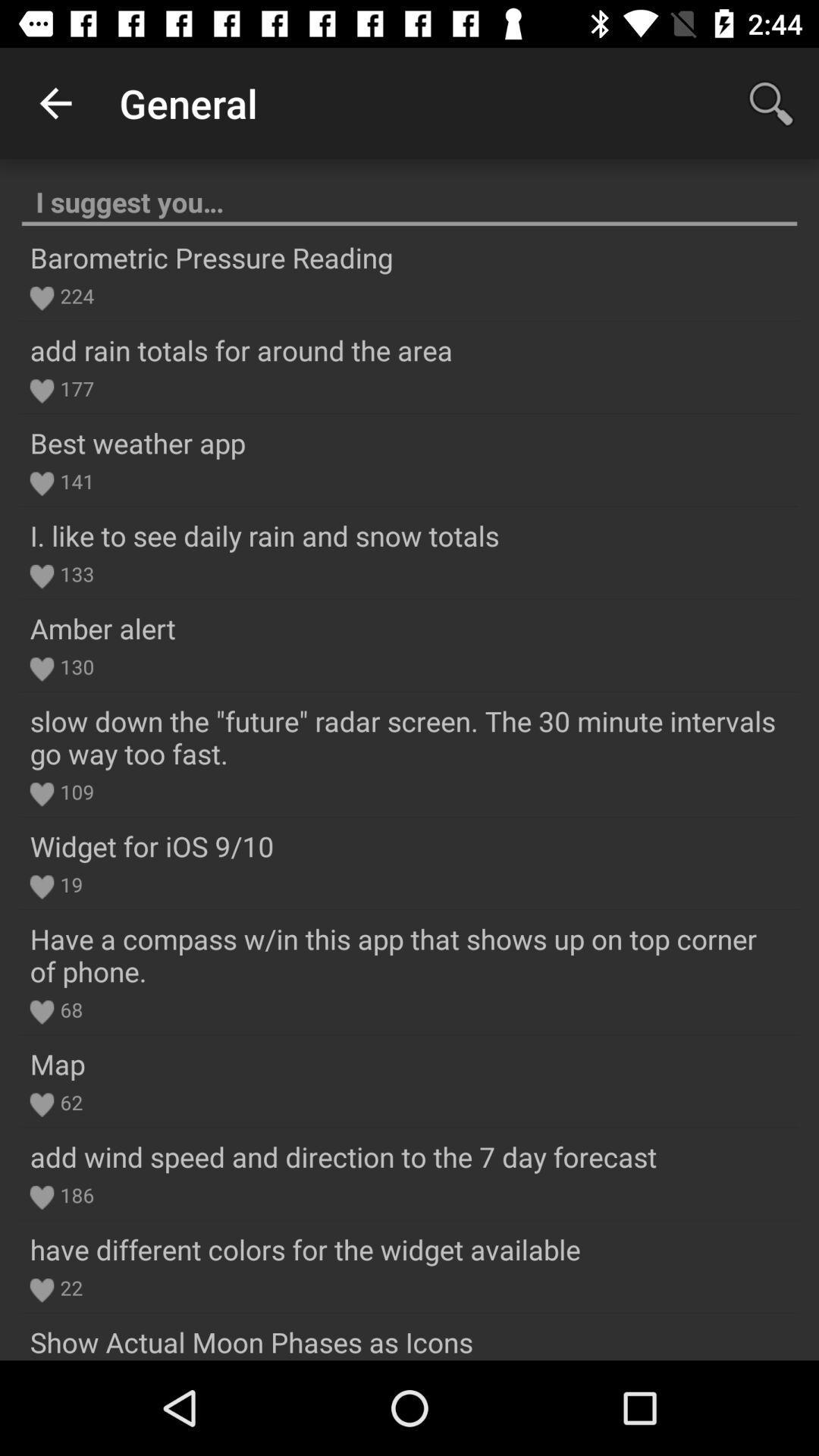 Image resolution: width=819 pixels, height=1456 pixels. Describe the element at coordinates (55, 102) in the screenshot. I see `the item to the left of general icon` at that location.